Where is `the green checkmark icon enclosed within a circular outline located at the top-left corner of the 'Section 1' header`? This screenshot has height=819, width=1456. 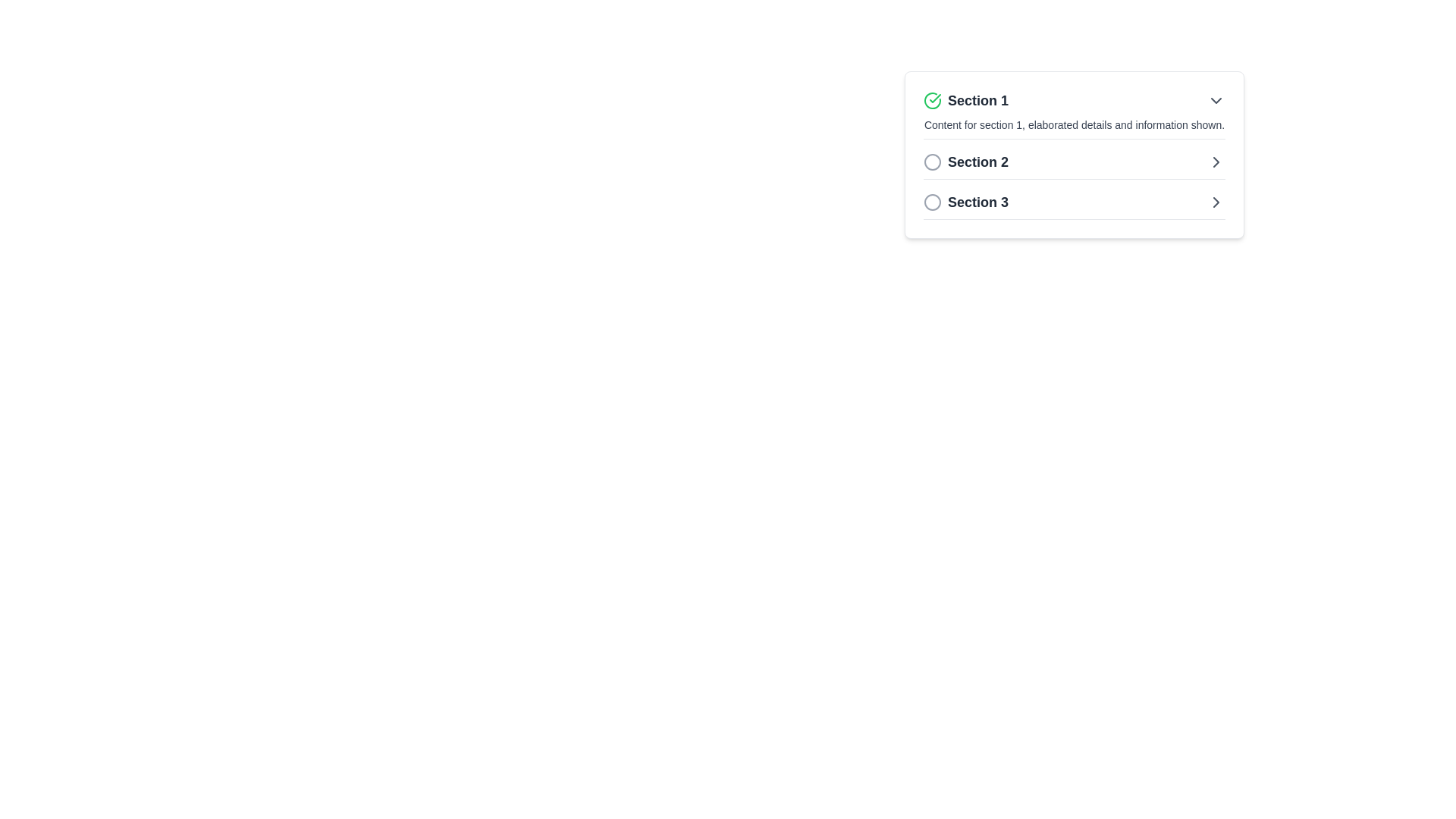 the green checkmark icon enclosed within a circular outline located at the top-left corner of the 'Section 1' header is located at coordinates (931, 100).